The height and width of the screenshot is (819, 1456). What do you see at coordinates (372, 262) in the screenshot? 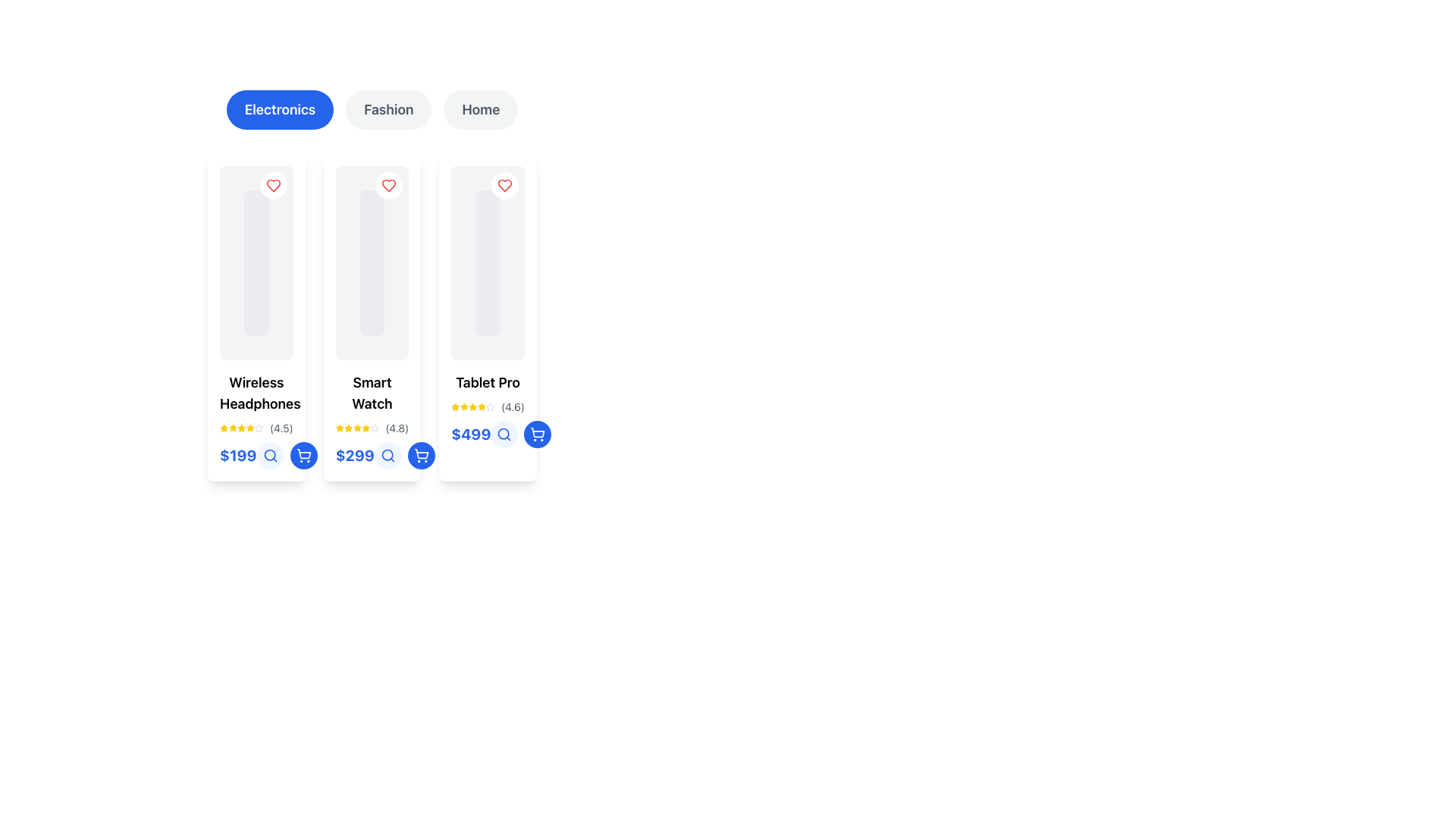
I see `the loading indicator located at the top center of the 'Smart Watch' card in the 'Electronics' section` at bounding box center [372, 262].